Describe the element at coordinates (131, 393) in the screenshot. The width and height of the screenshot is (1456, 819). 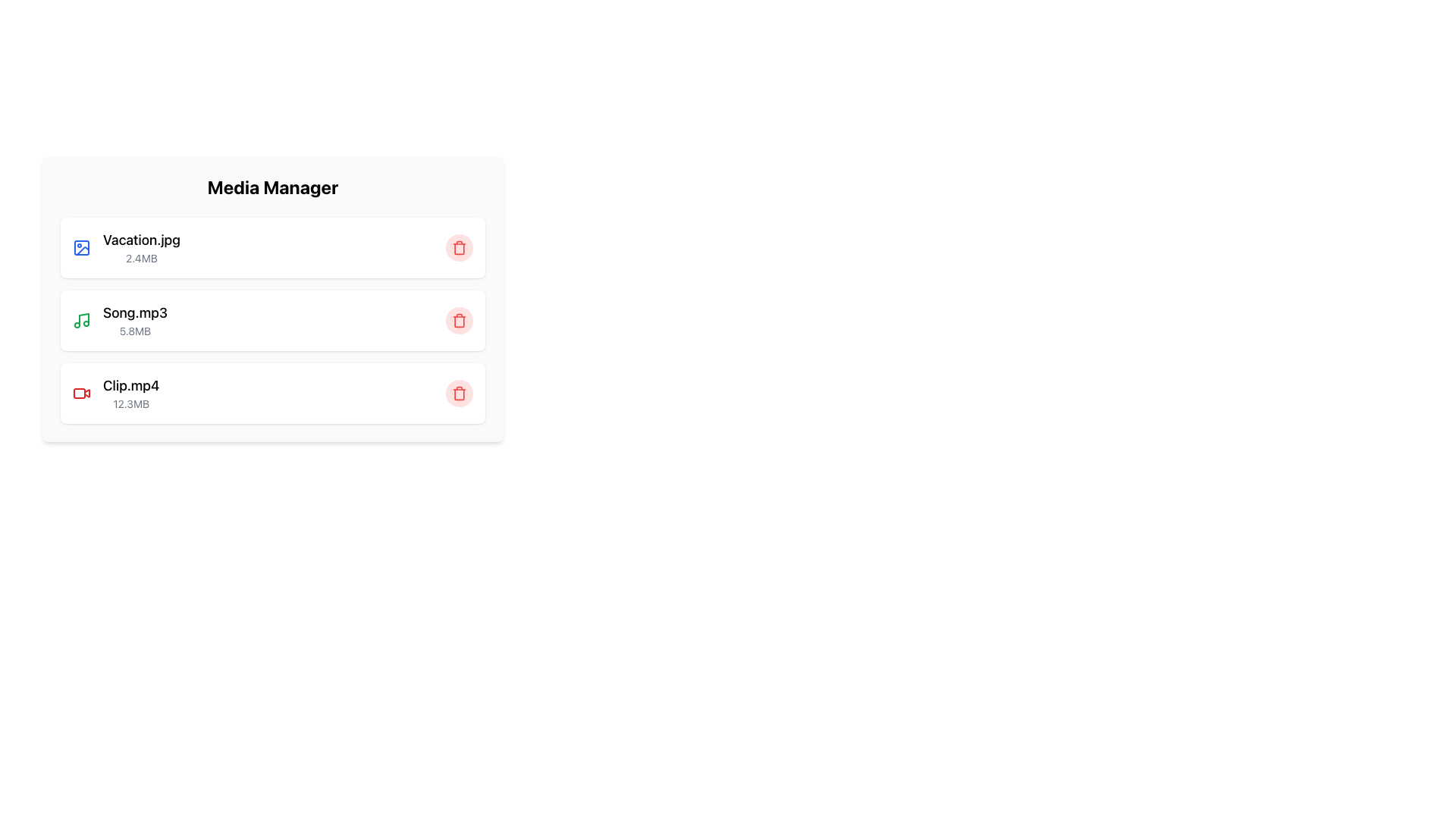
I see `the third text label` at that location.